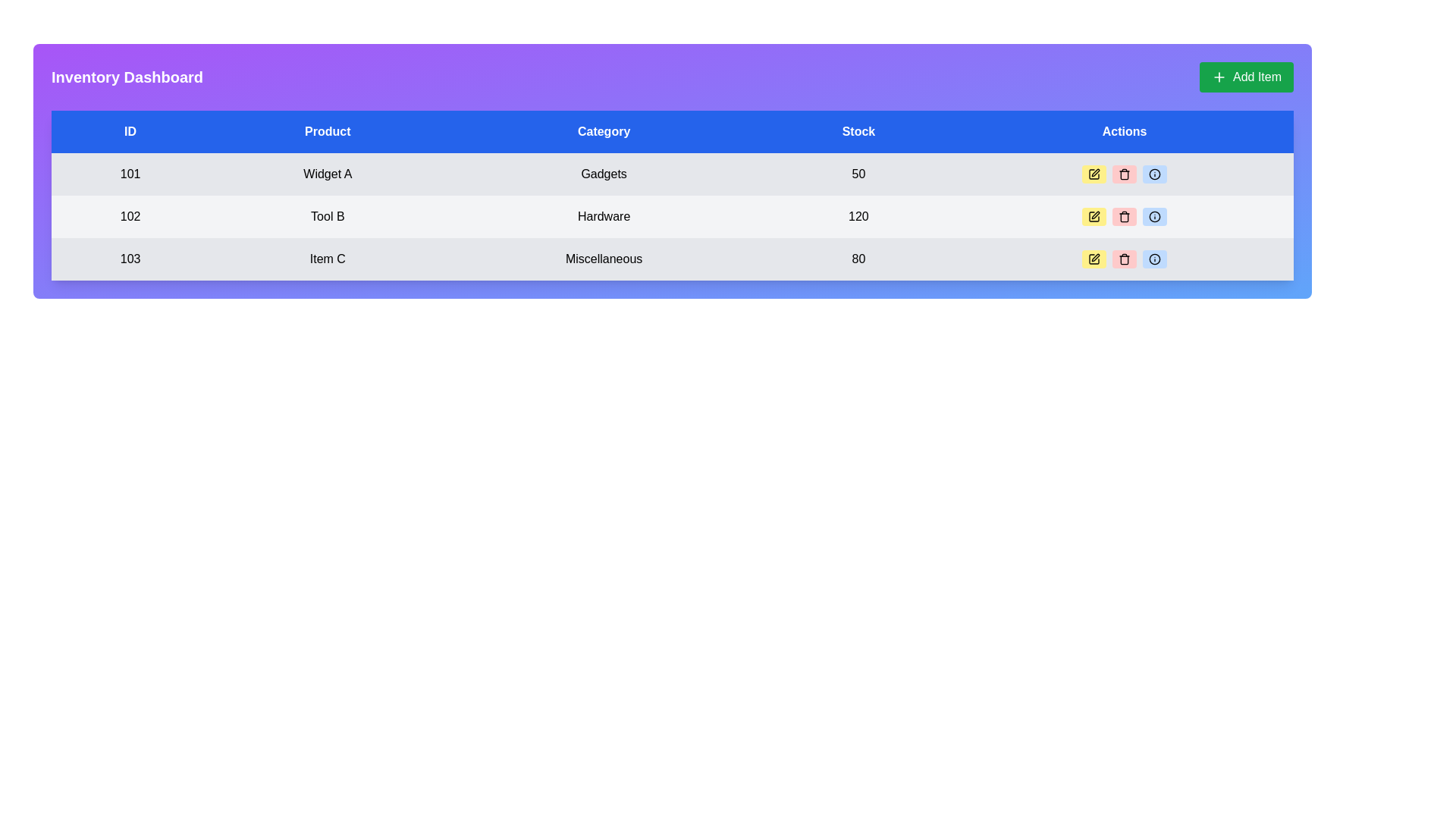  Describe the element at coordinates (1125, 259) in the screenshot. I see `the trash icon button representing a delete action in the 'Actions' column of the third row of the inventory table` at that location.